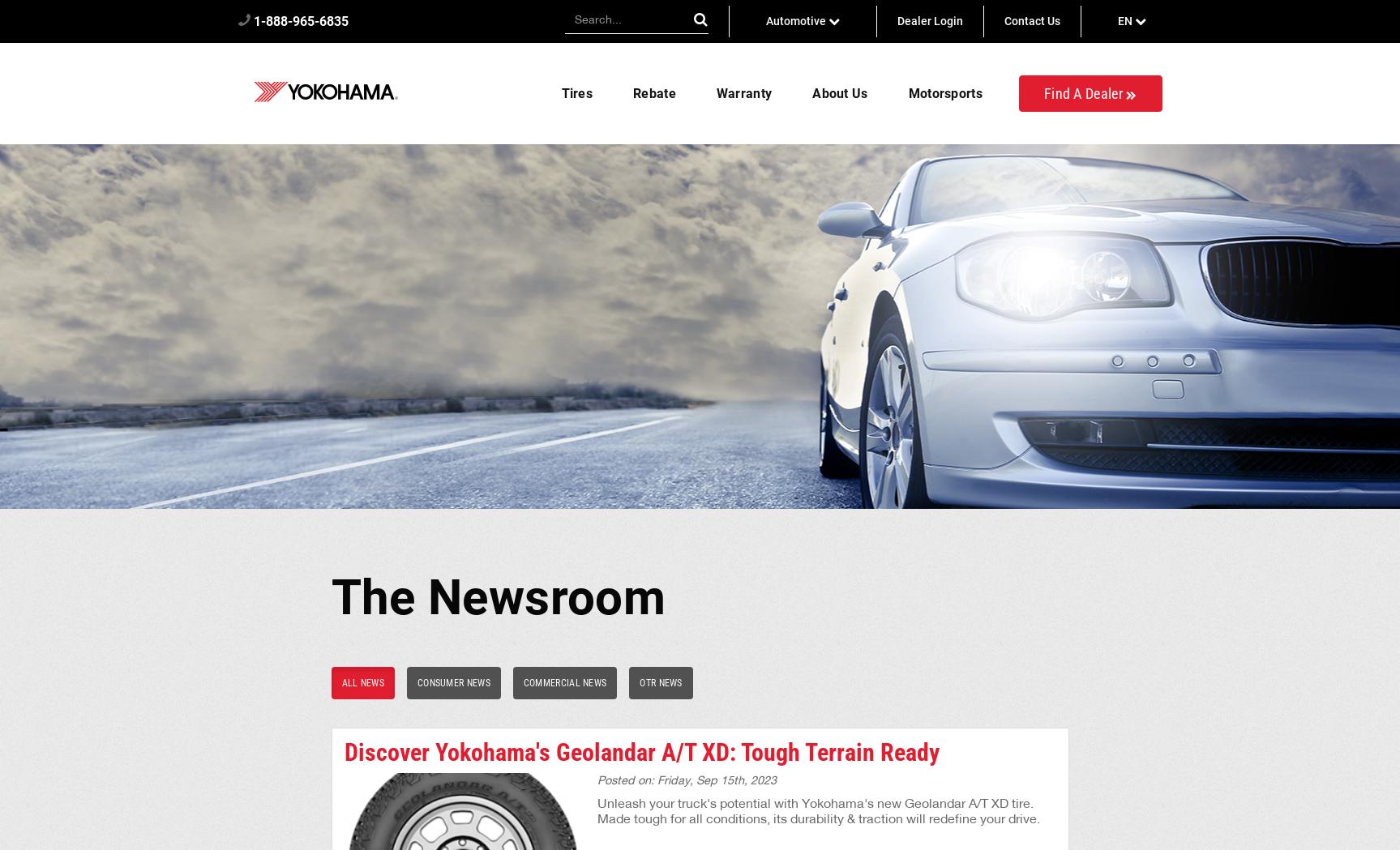  I want to click on 'Motorsports', so click(944, 92).